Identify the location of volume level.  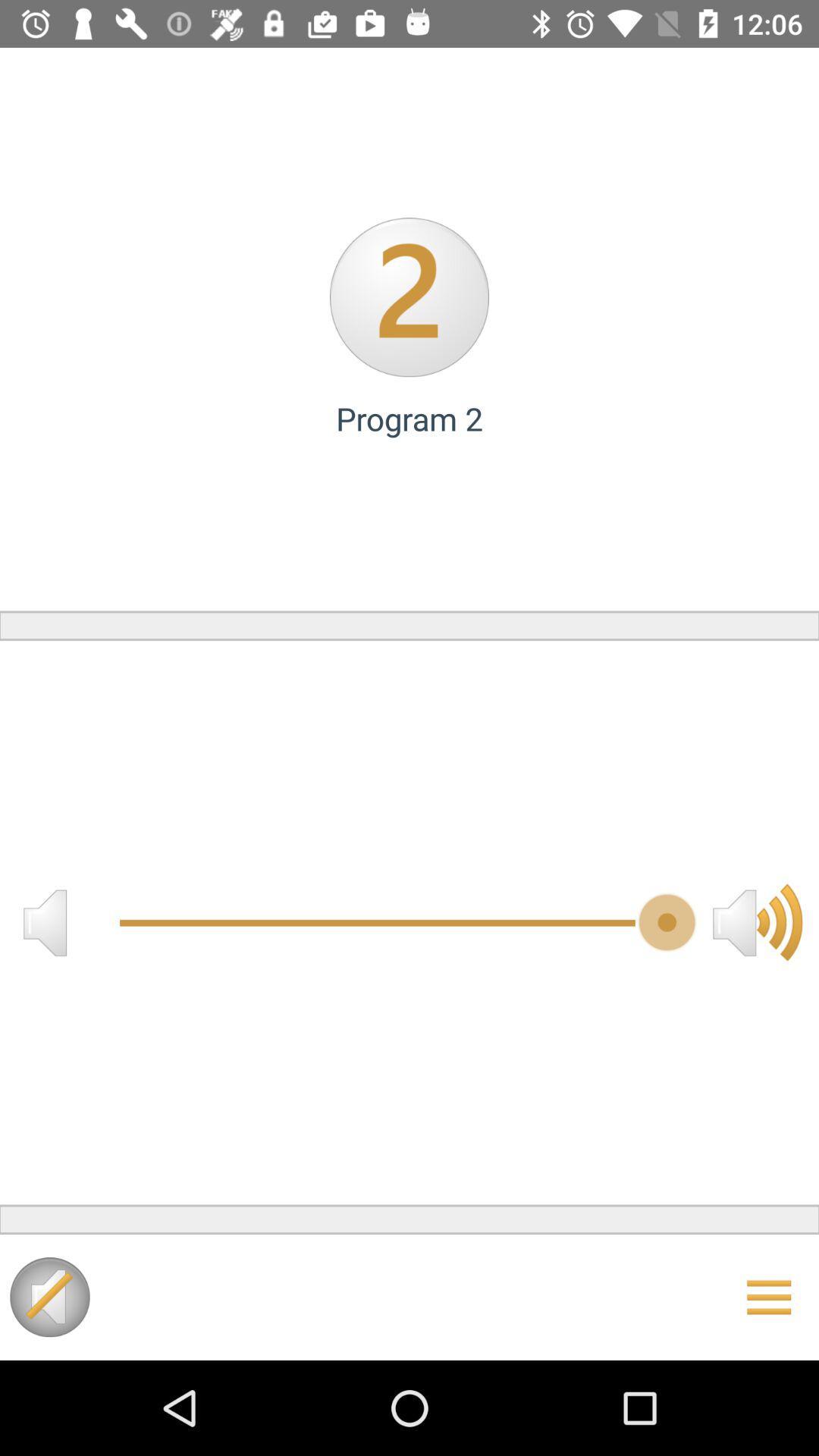
(758, 921).